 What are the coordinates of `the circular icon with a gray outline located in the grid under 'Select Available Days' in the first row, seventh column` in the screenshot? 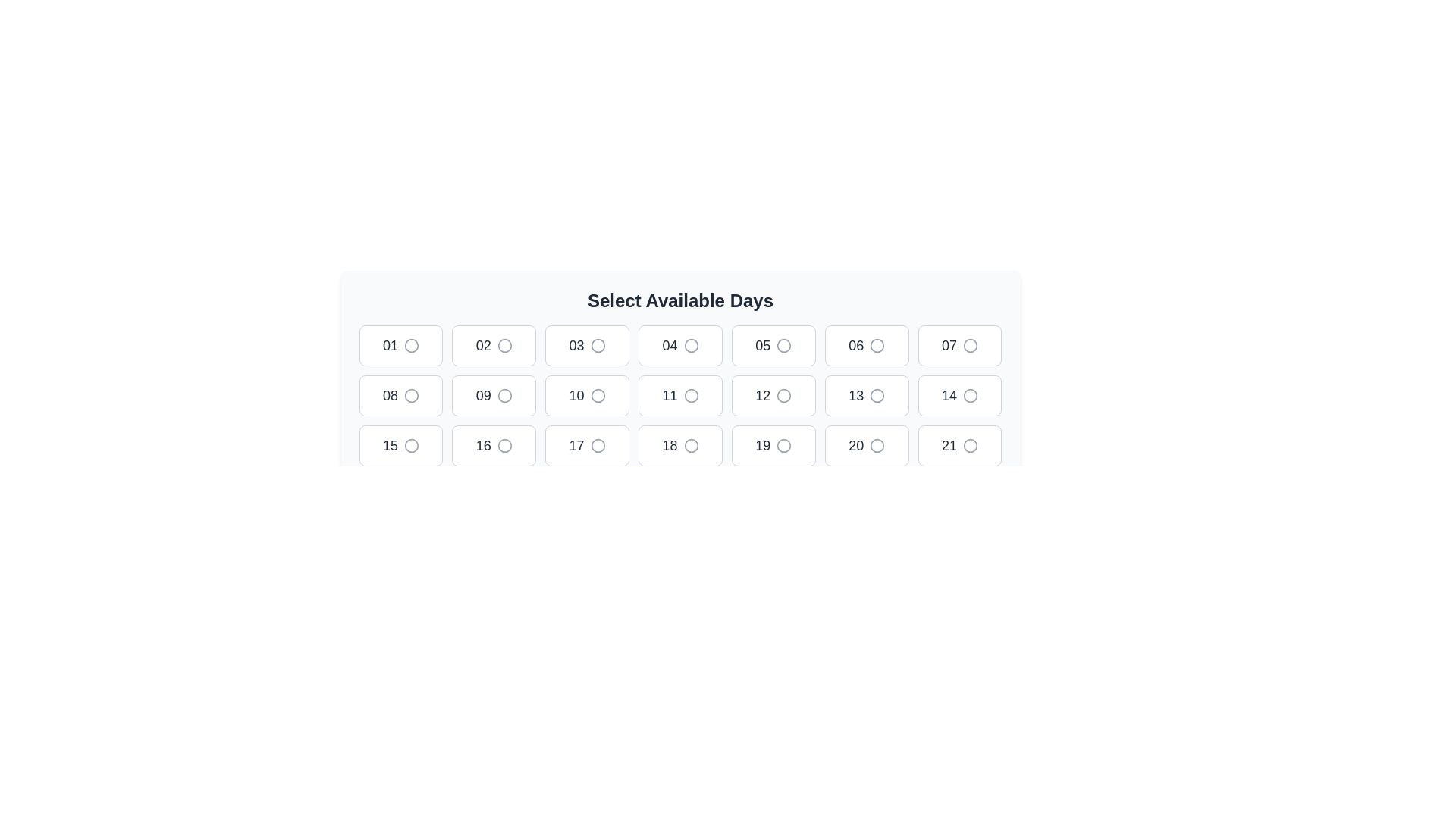 It's located at (971, 345).